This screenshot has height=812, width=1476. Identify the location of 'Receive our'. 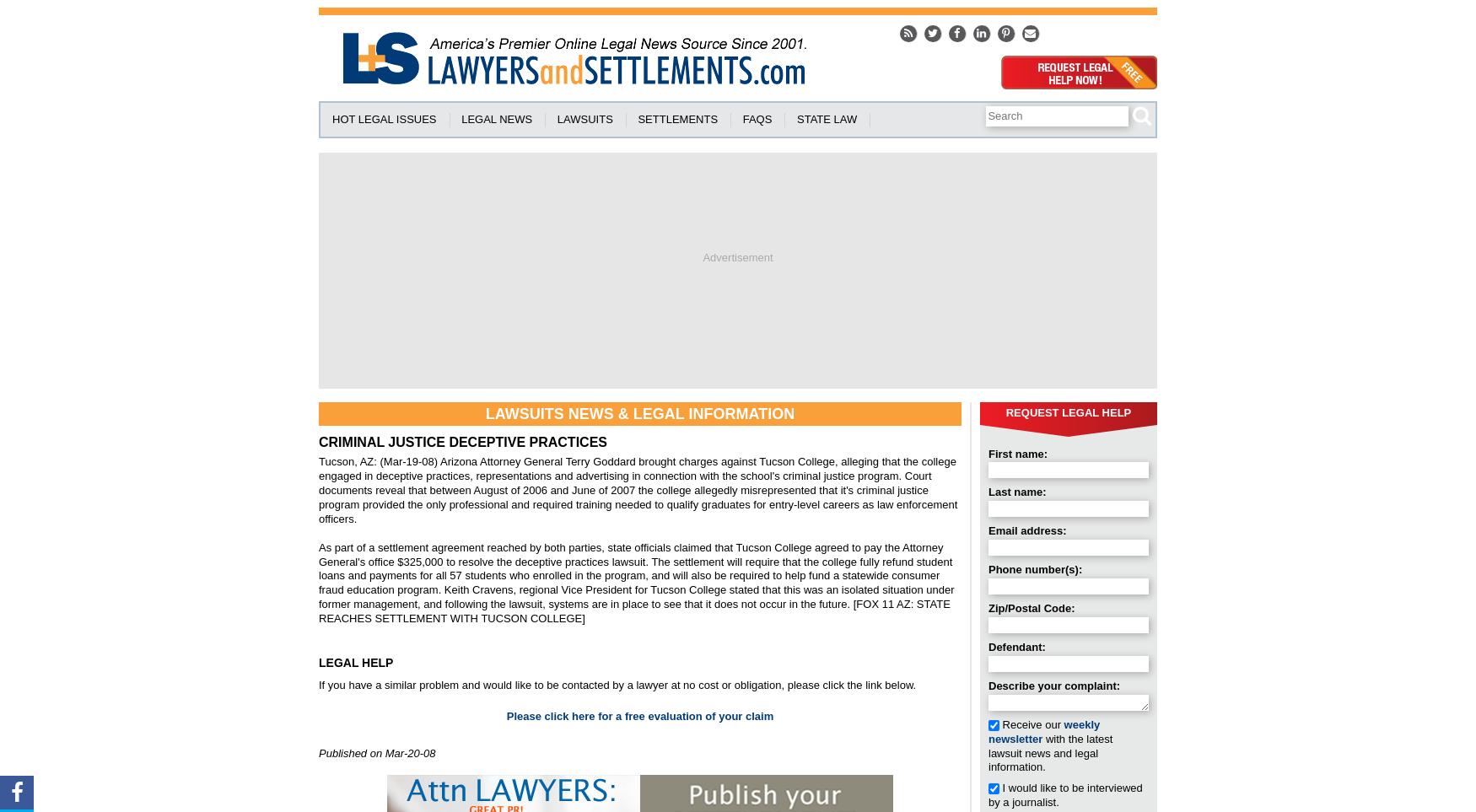
(998, 723).